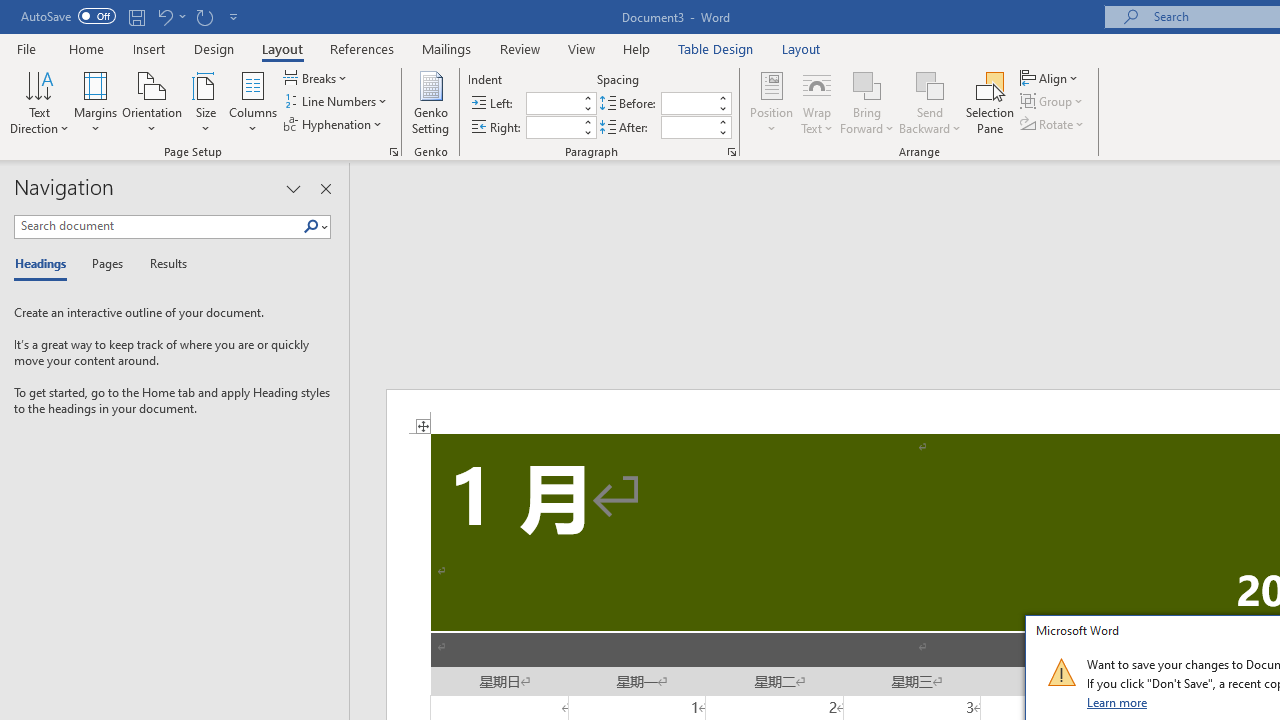 This screenshot has height=720, width=1280. Describe the element at coordinates (204, 16) in the screenshot. I see `'Repeat Insert Row Below'` at that location.